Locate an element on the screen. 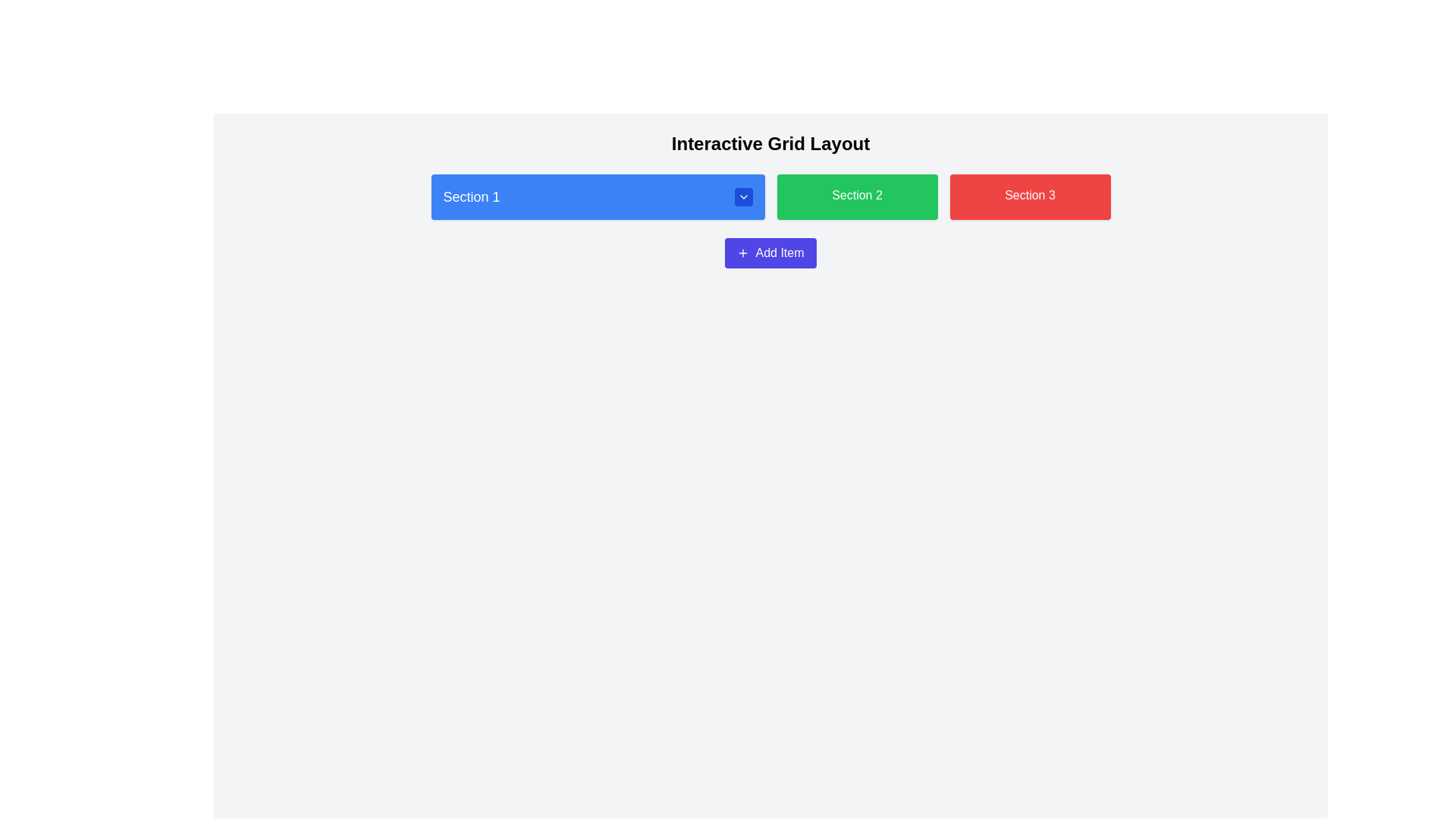 This screenshot has width=1456, height=819. the 'Add Item' button is located at coordinates (770, 253).